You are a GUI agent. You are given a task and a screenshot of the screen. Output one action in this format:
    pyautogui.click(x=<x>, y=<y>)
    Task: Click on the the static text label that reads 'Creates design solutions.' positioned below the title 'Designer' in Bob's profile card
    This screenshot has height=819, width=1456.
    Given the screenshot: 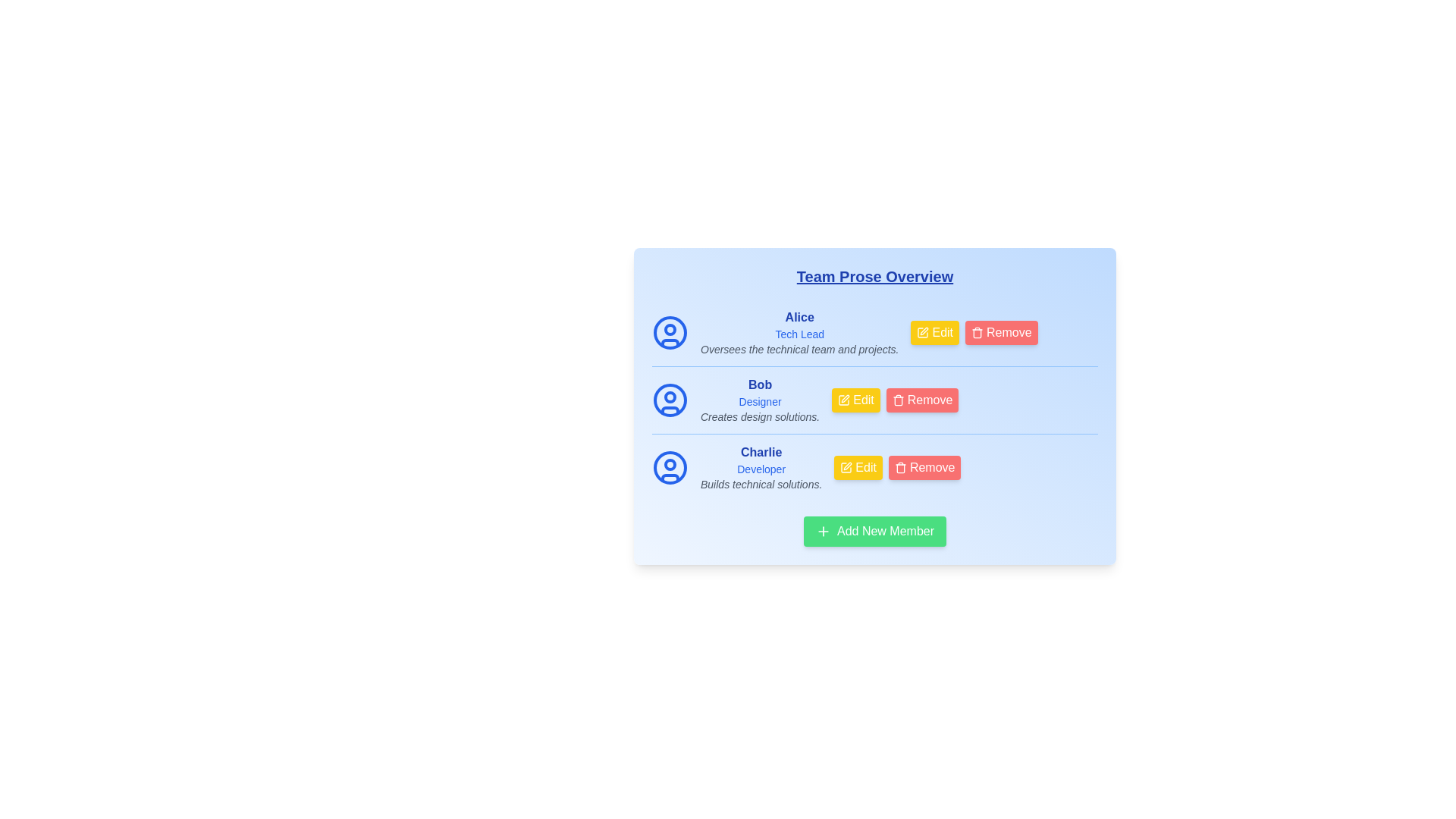 What is the action you would take?
    pyautogui.click(x=760, y=417)
    